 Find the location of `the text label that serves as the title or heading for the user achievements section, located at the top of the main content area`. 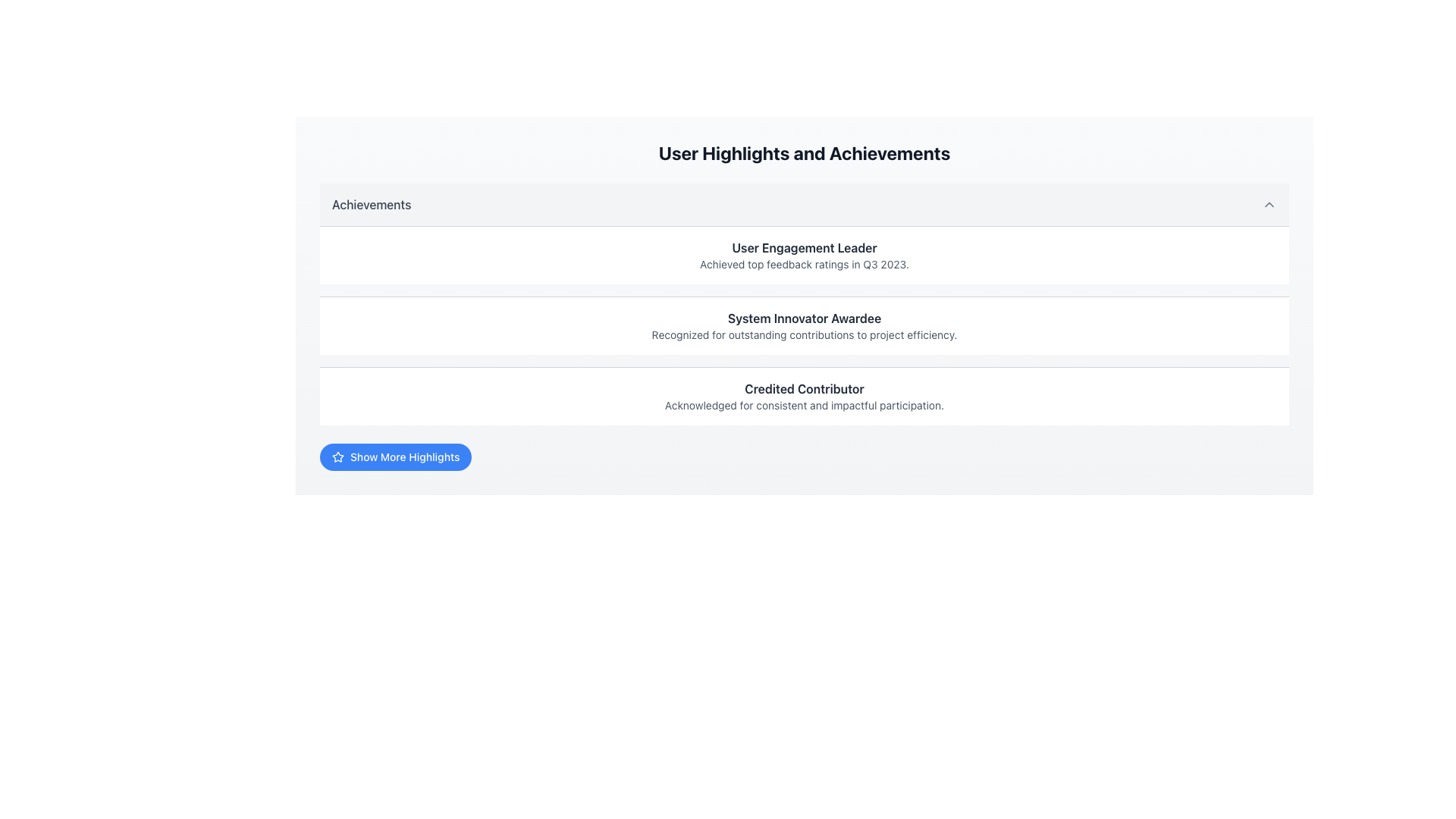

the text label that serves as the title or heading for the user achievements section, located at the top of the main content area is located at coordinates (803, 152).